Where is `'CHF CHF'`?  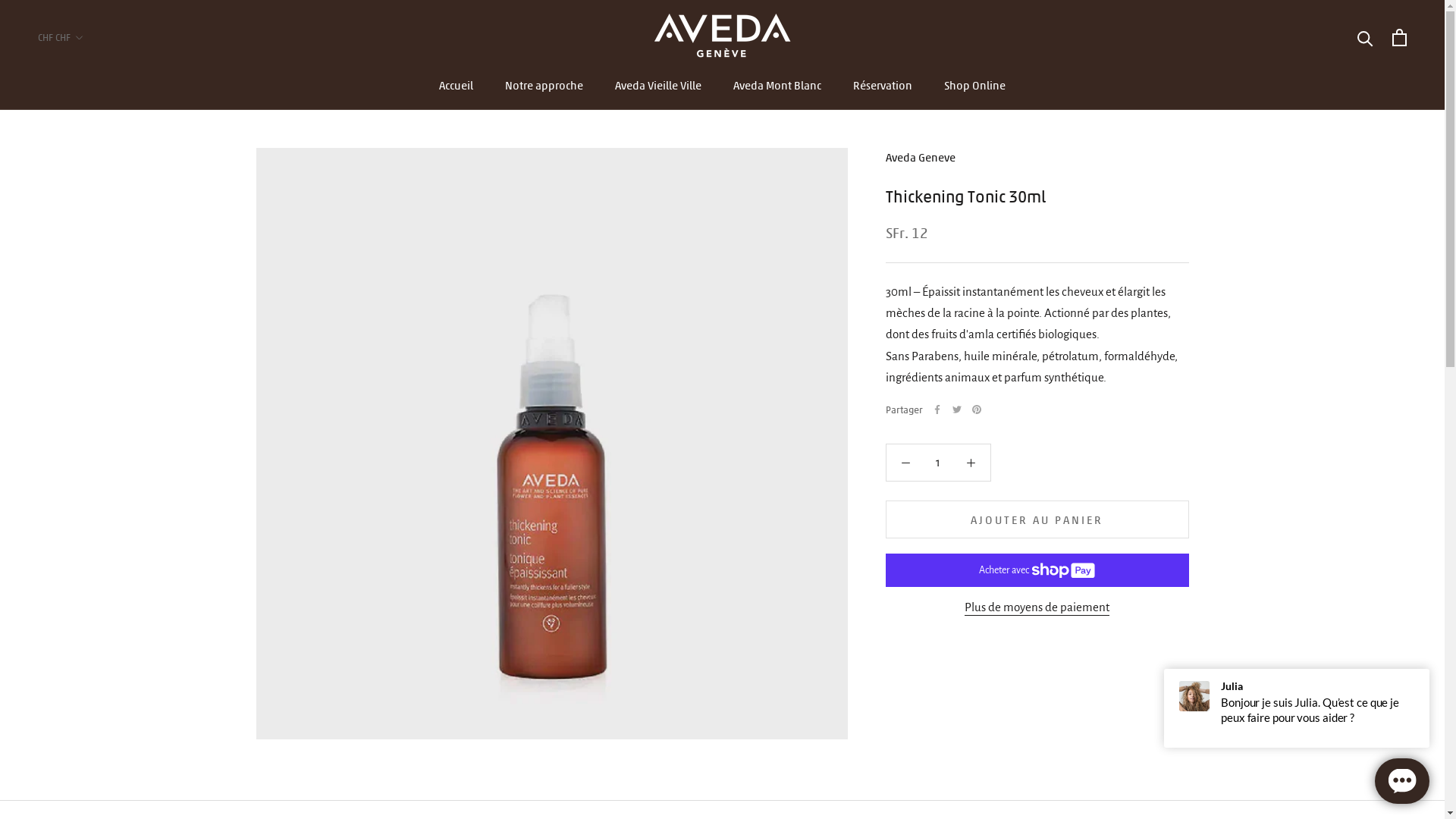
'CHF CHF' is located at coordinates (61, 36).